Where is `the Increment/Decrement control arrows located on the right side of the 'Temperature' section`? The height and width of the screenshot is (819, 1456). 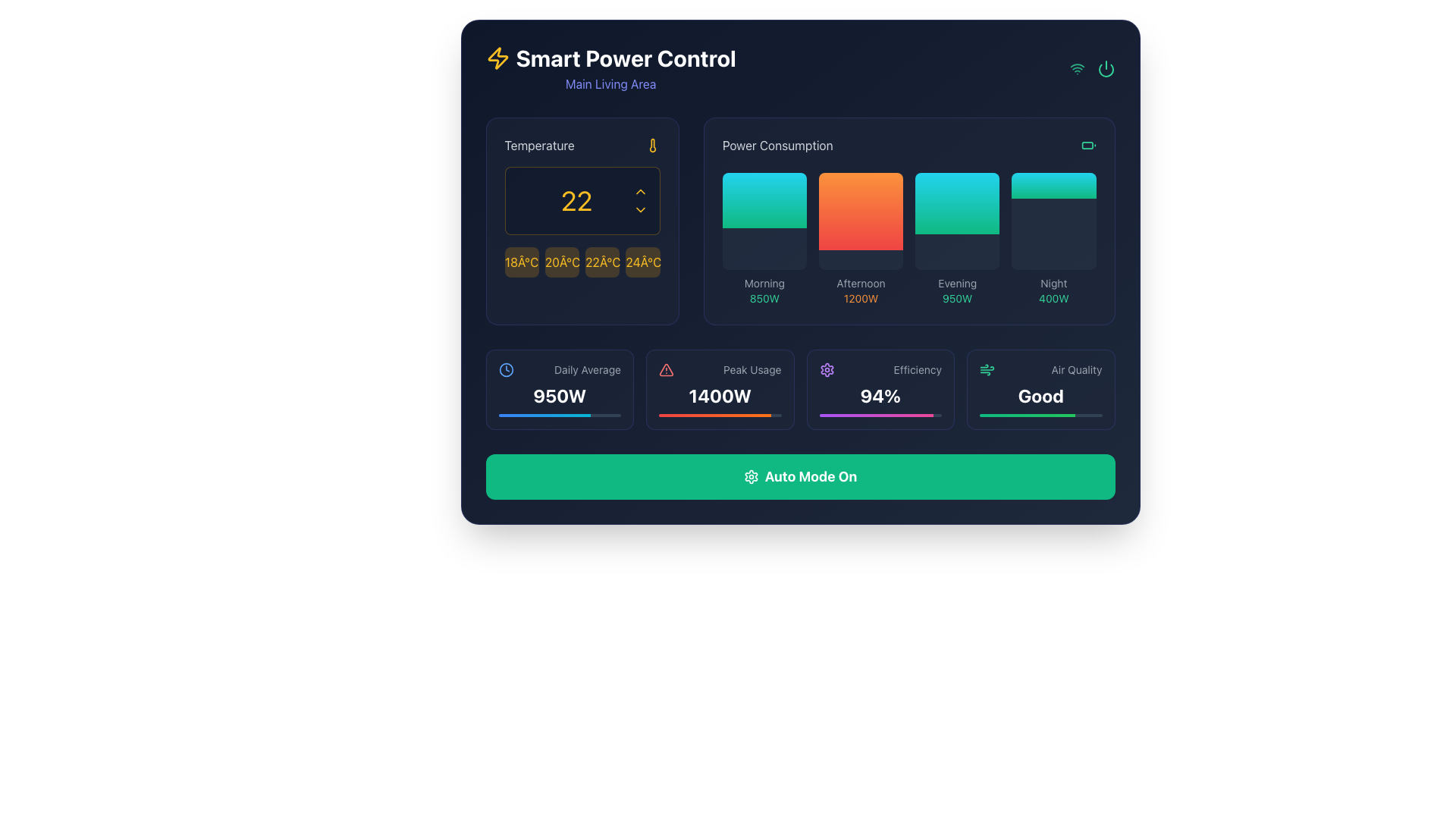
the Increment/Decrement control arrows located on the right side of the 'Temperature' section is located at coordinates (640, 200).